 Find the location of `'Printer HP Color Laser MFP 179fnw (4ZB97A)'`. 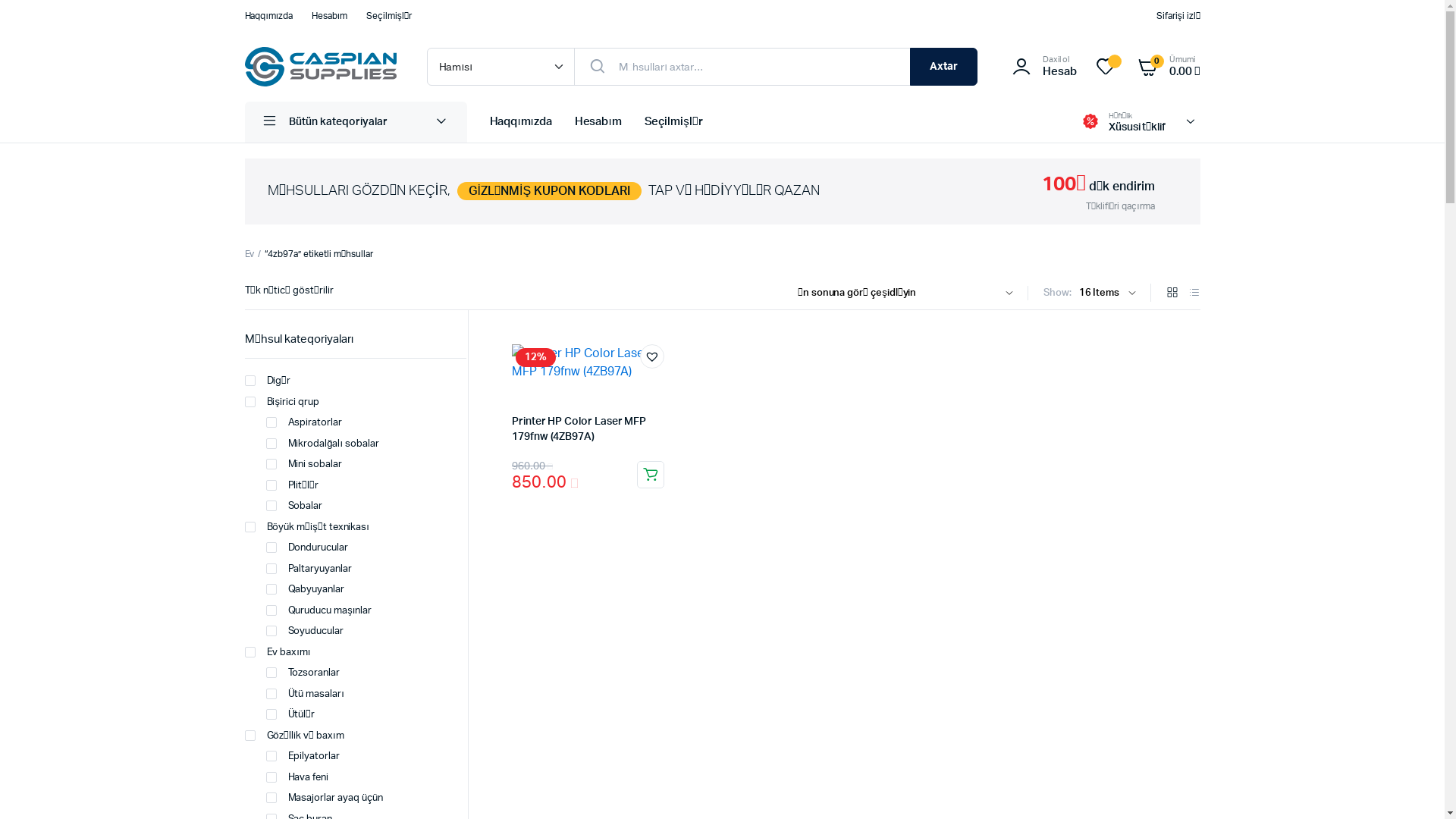

'Printer HP Color Laser MFP 179fnw (4ZB97A)' is located at coordinates (578, 429).